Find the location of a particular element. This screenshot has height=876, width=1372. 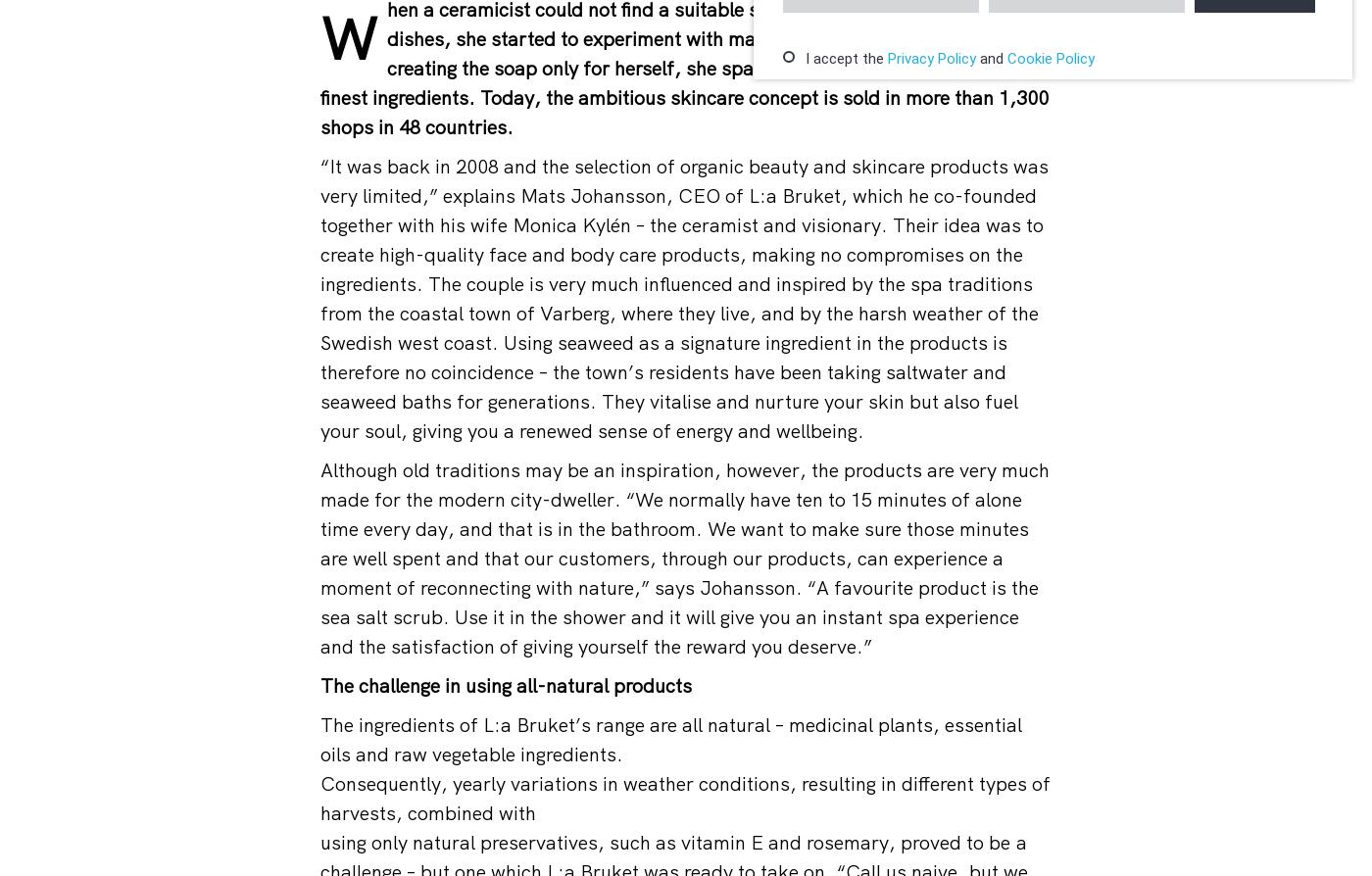

'and' is located at coordinates (992, 58).